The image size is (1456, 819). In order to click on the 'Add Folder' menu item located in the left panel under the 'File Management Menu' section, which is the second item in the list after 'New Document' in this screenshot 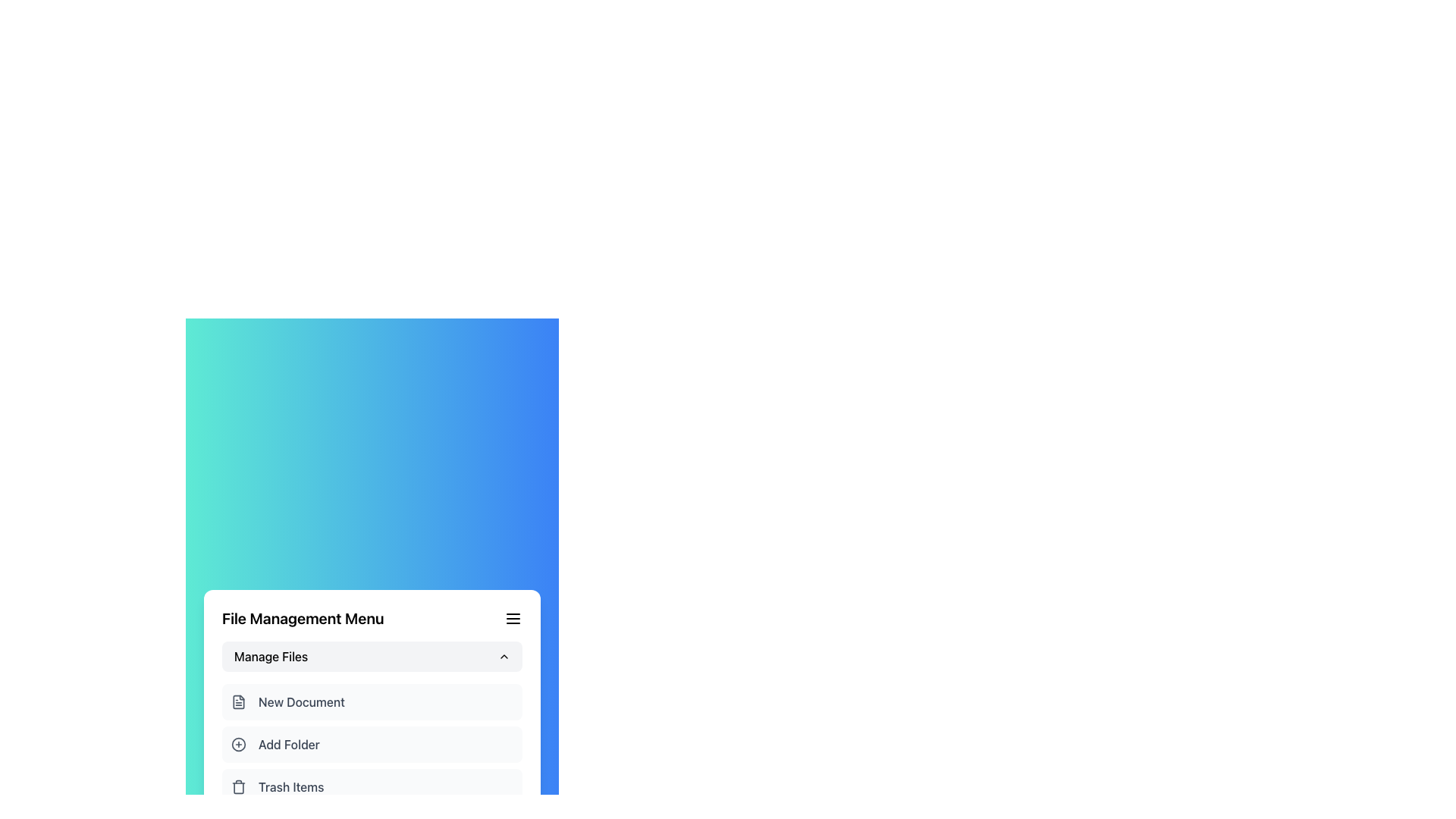, I will do `click(372, 744)`.